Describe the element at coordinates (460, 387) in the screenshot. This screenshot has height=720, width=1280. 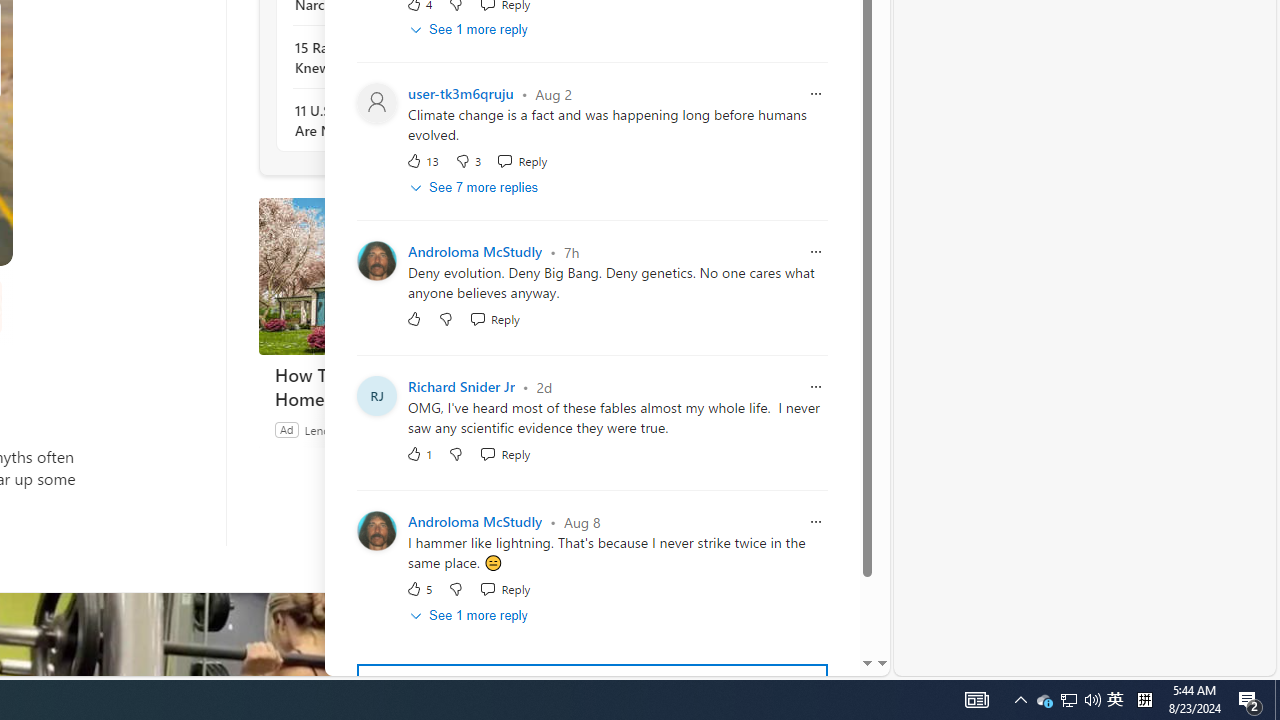
I see `'Richard Snider Jr'` at that location.